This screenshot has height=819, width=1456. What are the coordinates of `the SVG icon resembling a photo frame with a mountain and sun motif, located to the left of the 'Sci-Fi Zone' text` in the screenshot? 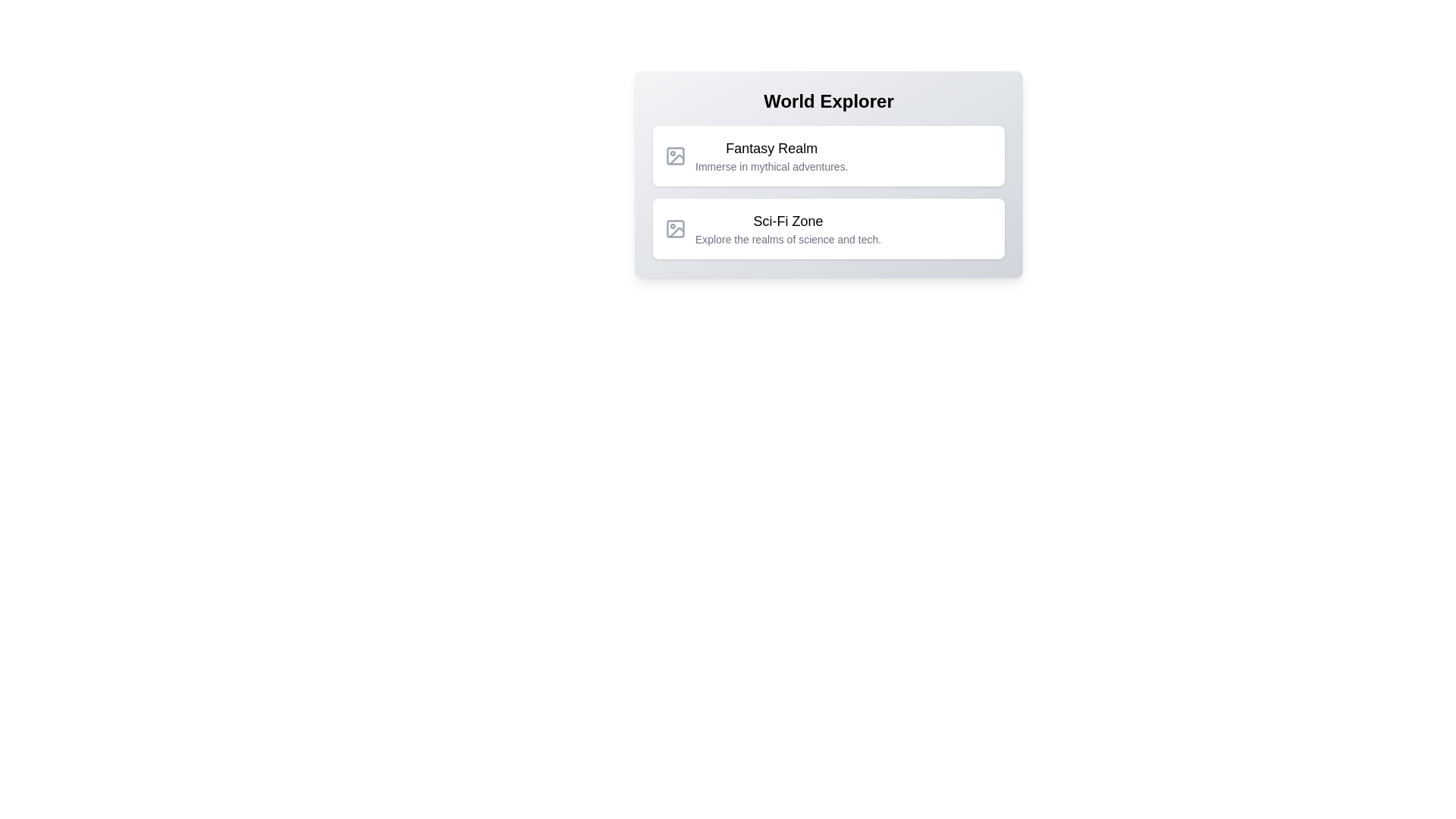 It's located at (675, 228).